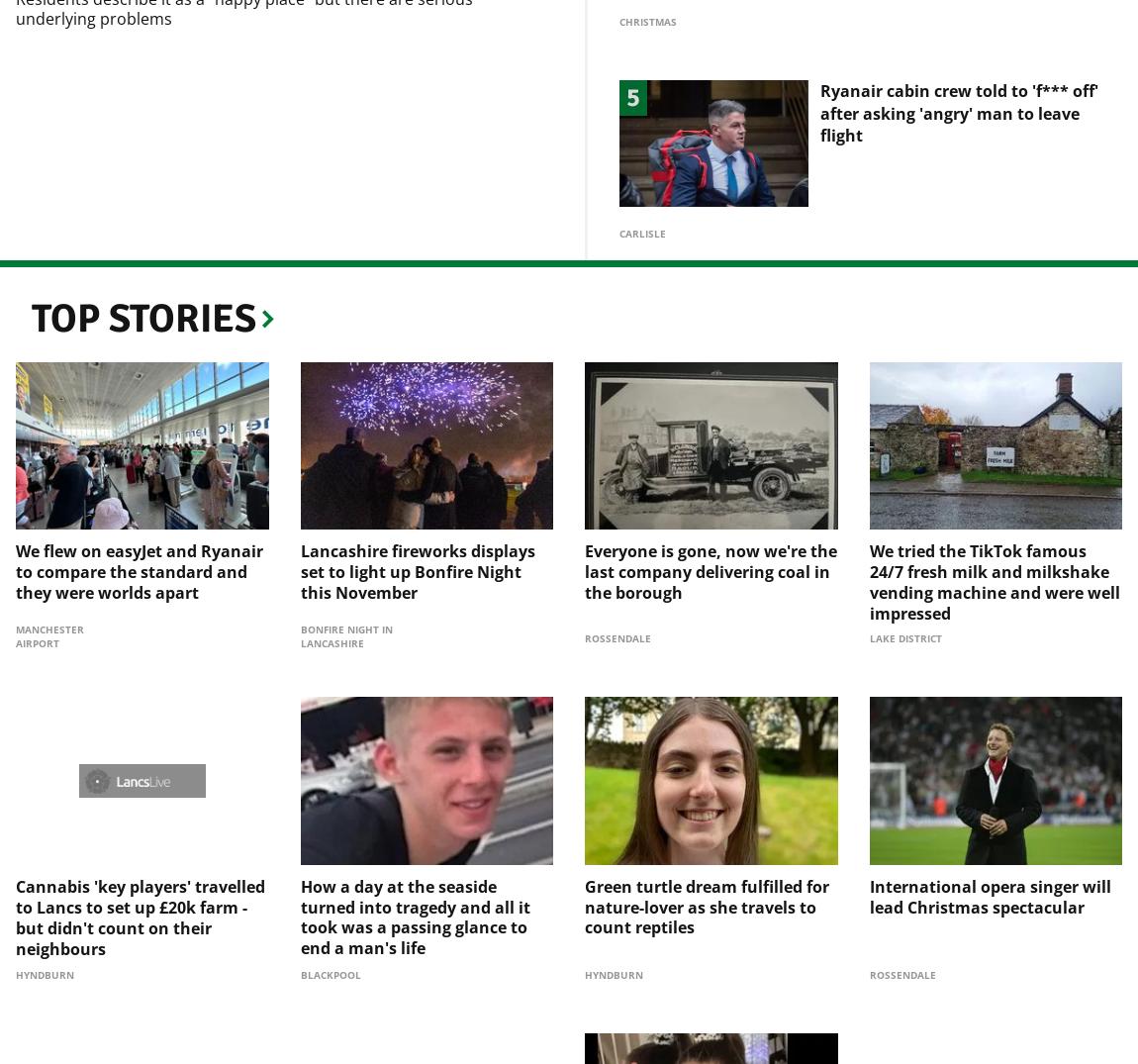 This screenshot has height=1064, width=1138. I want to click on 'Blackpool', so click(330, 941).